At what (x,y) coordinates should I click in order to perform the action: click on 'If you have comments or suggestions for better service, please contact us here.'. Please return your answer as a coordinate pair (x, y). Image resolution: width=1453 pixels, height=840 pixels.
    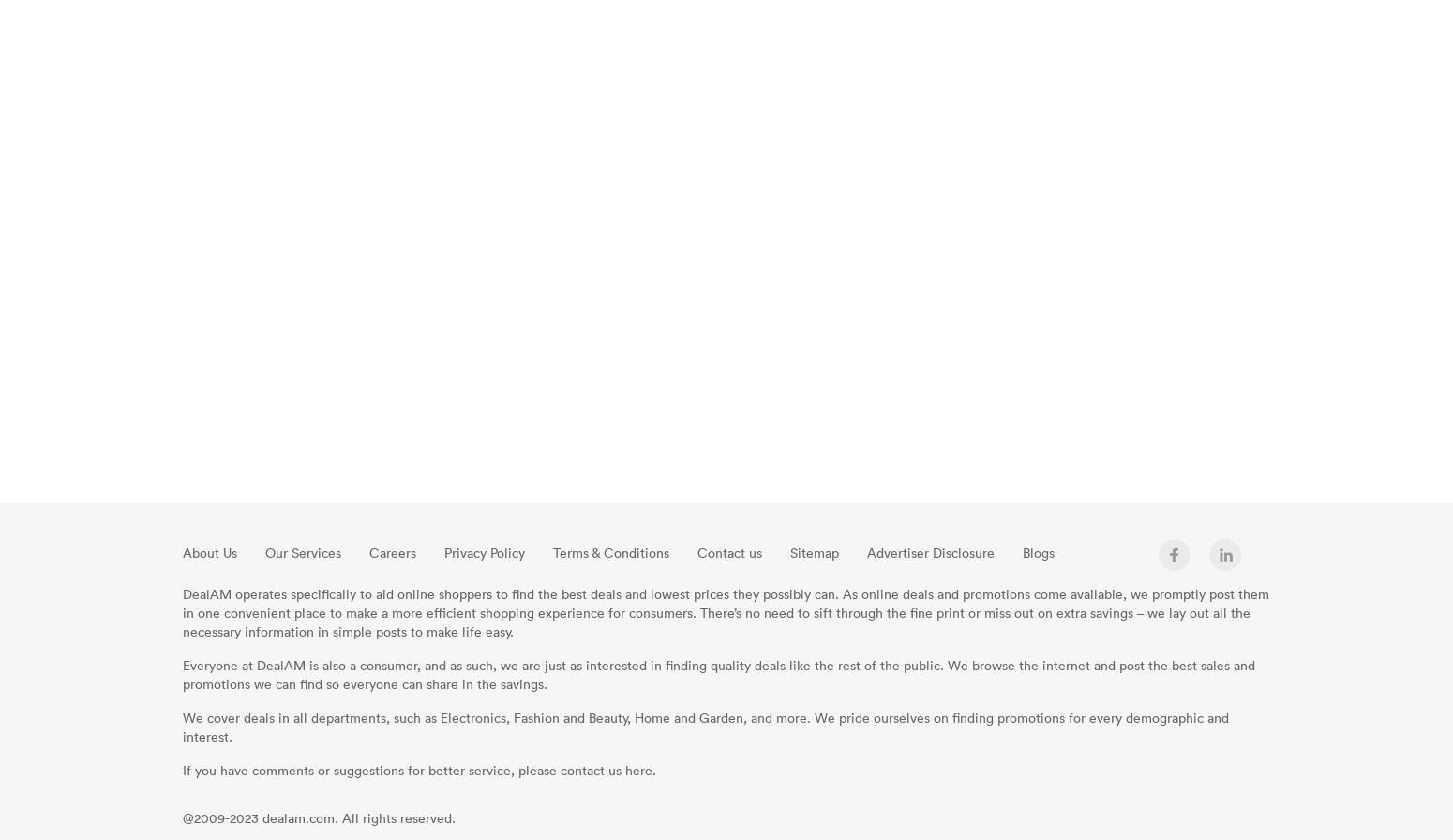
    Looking at the image, I should click on (419, 770).